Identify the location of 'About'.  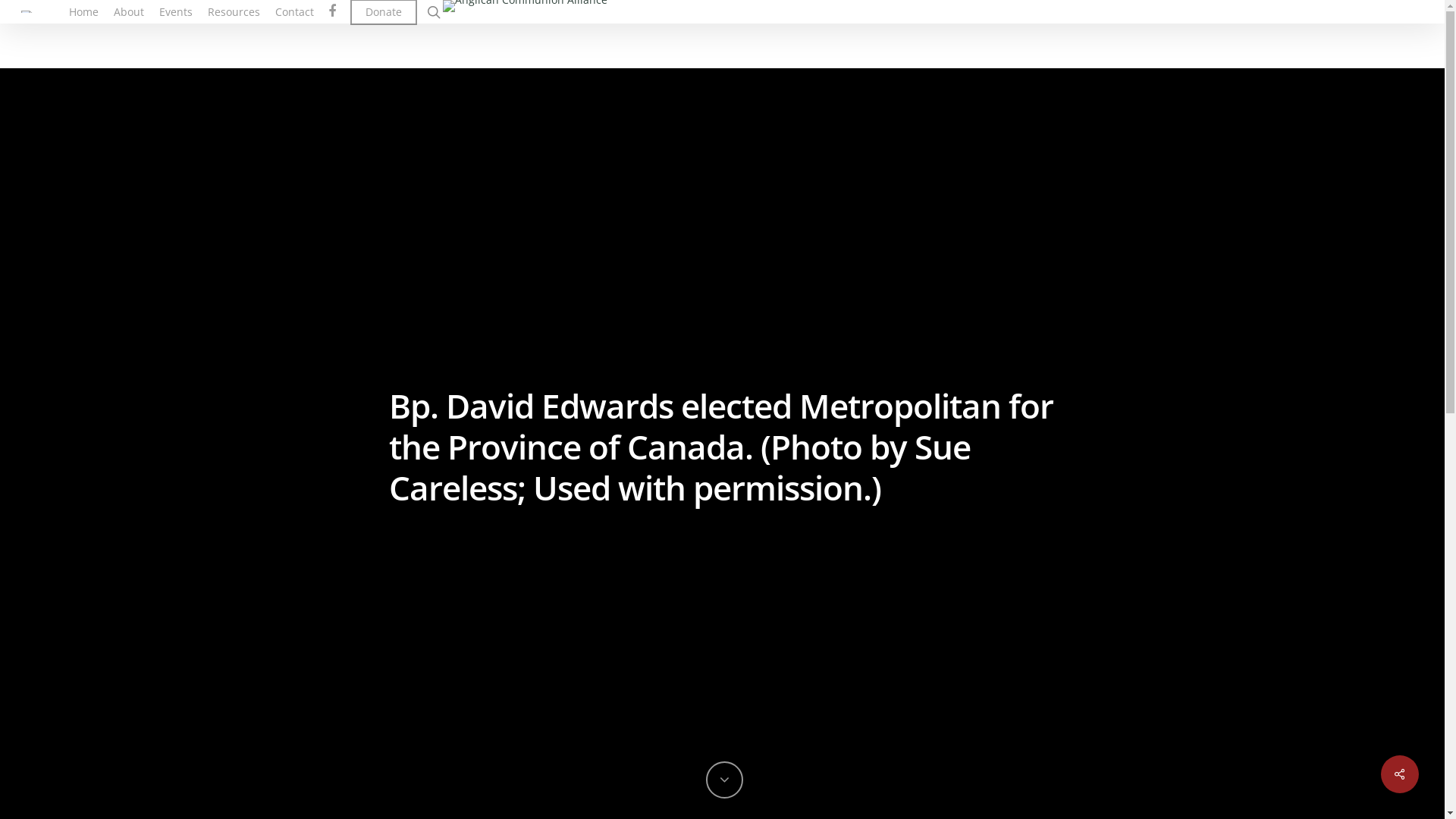
(128, 11).